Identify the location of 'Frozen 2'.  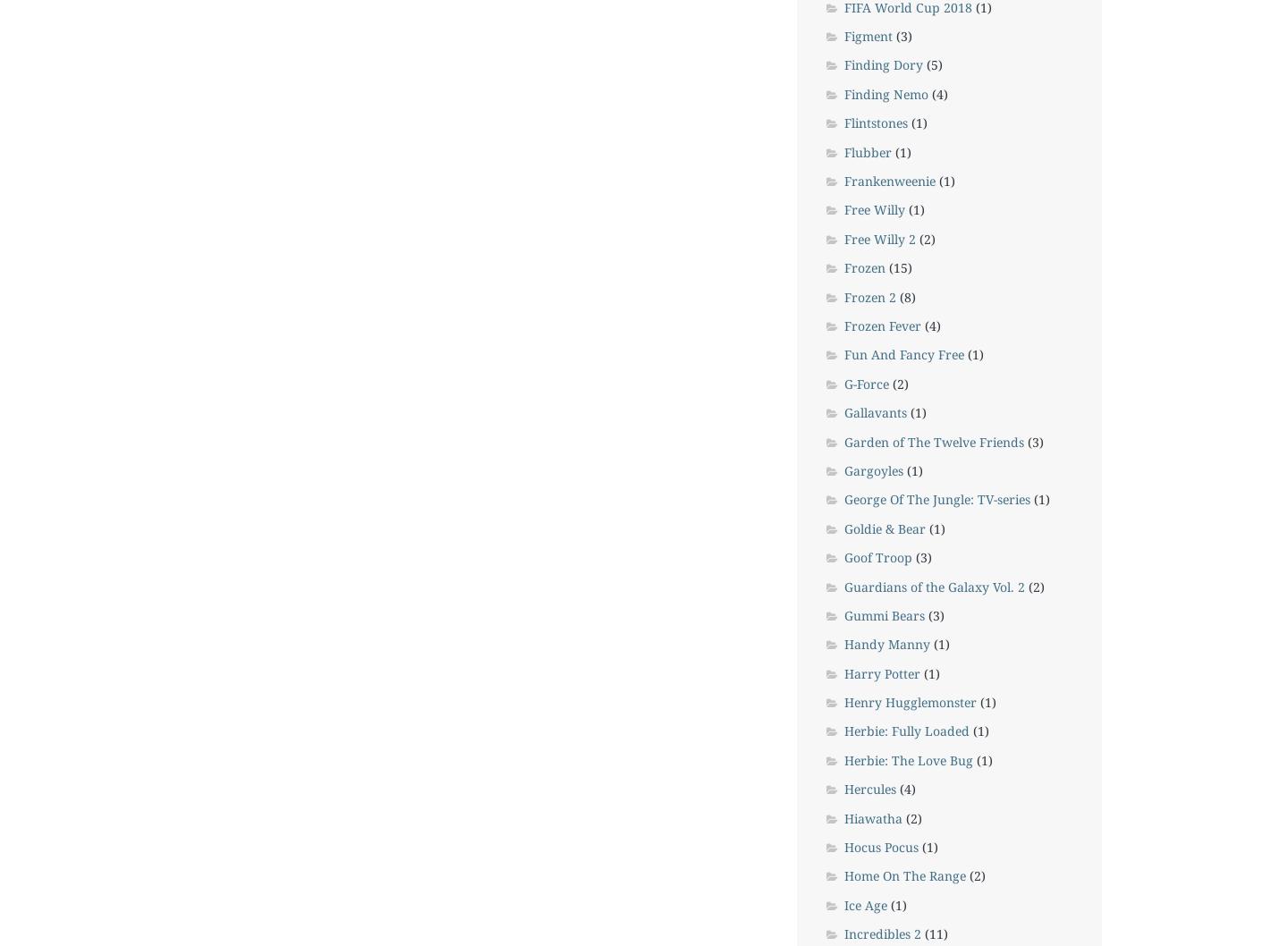
(843, 295).